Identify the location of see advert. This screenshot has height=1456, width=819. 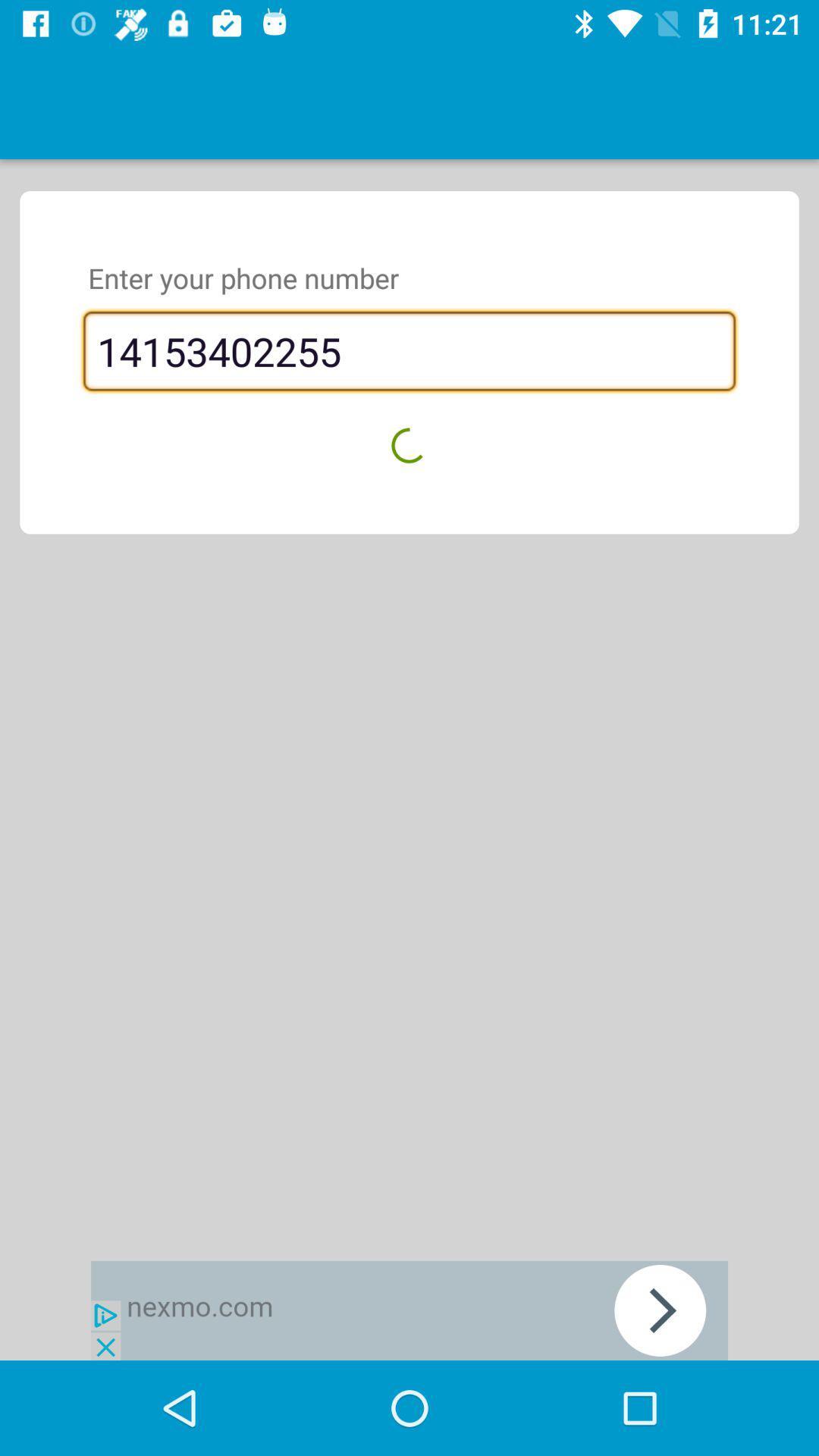
(409, 1310).